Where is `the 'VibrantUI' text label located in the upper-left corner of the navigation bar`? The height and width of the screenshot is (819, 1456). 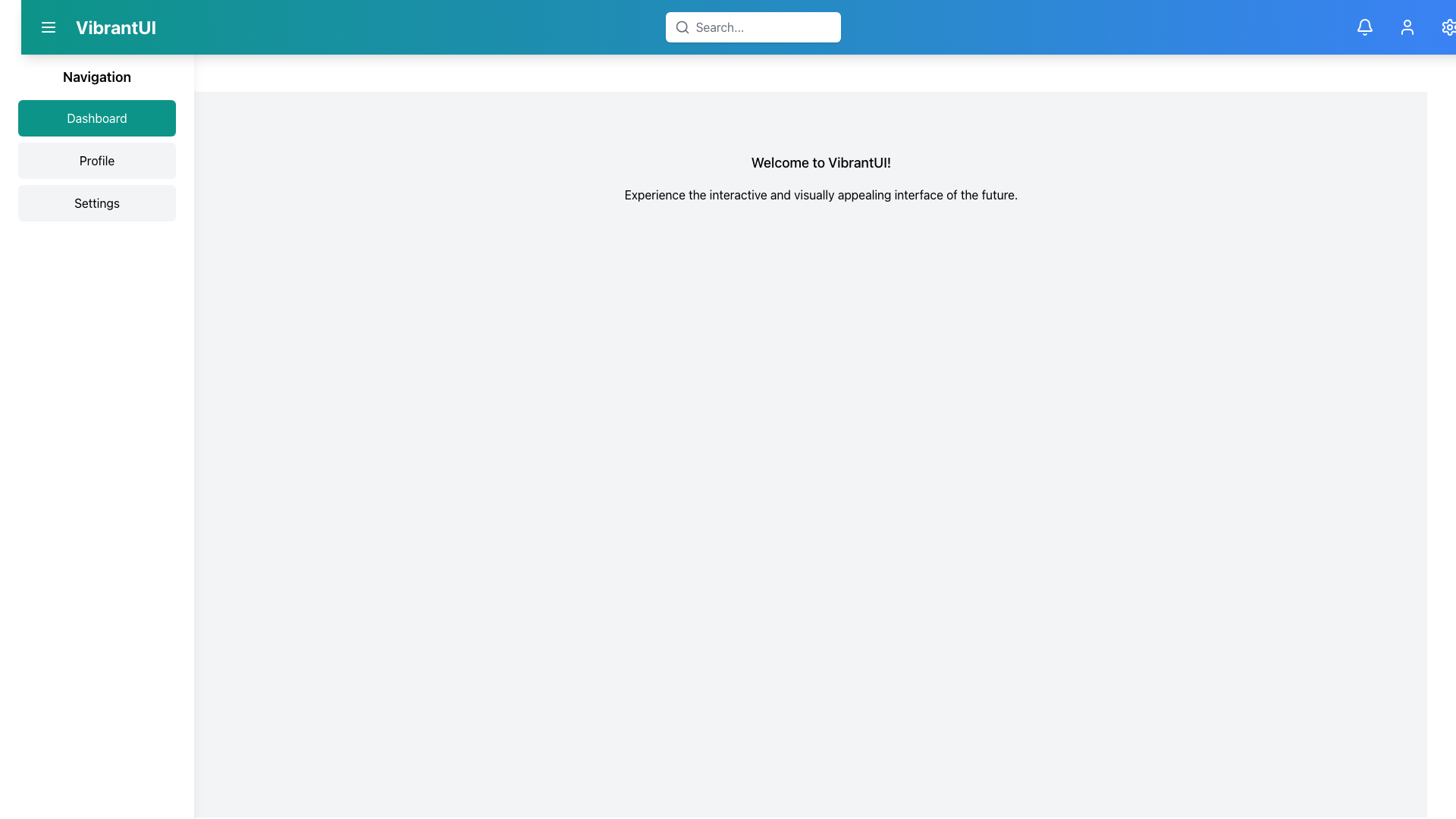
the 'VibrantUI' text label located in the upper-left corner of the navigation bar is located at coordinates (94, 27).